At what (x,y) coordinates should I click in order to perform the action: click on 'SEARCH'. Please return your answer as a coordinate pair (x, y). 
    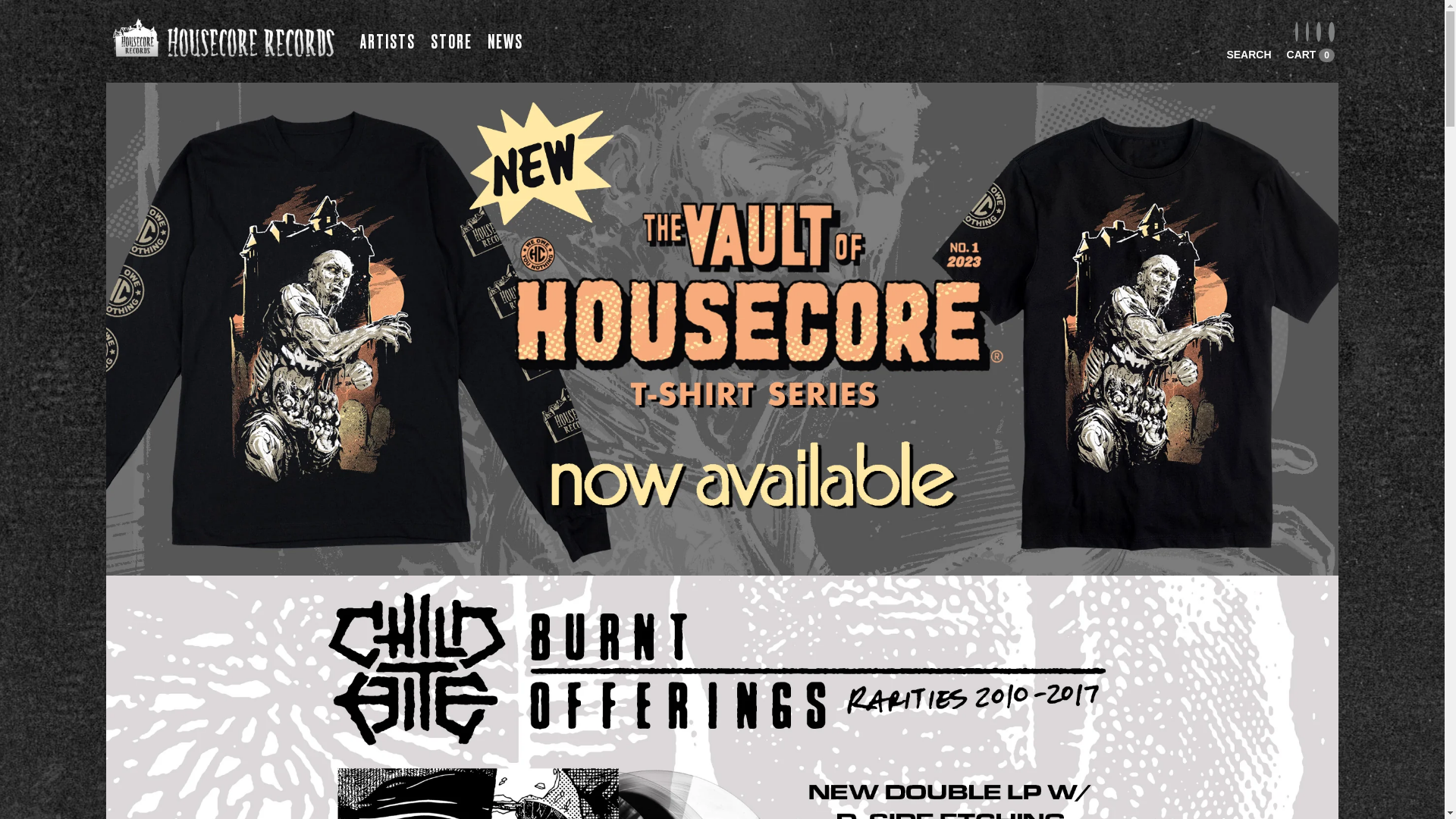
    Looking at the image, I should click on (1248, 54).